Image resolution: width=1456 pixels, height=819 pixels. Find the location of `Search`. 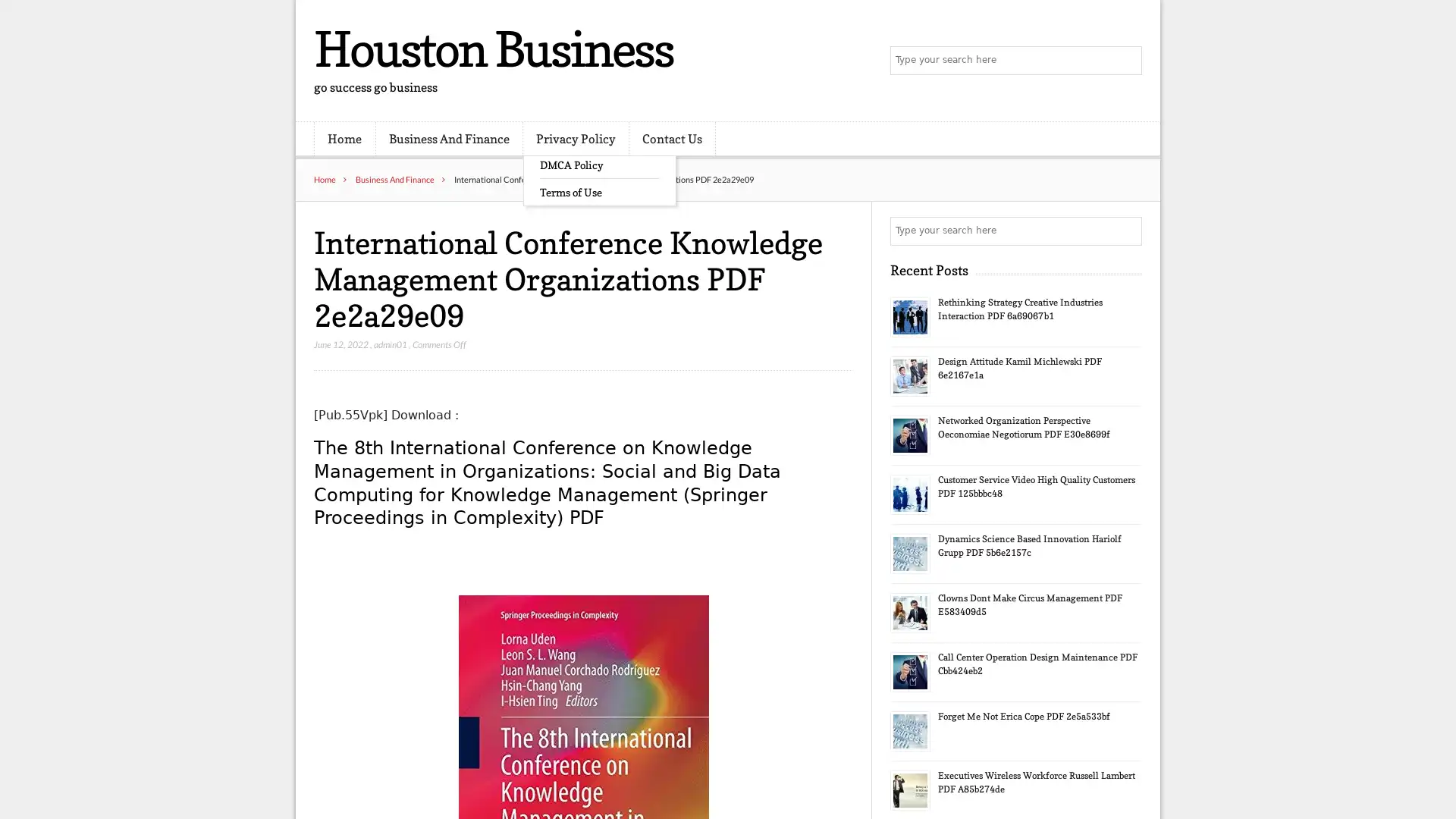

Search is located at coordinates (1126, 61).